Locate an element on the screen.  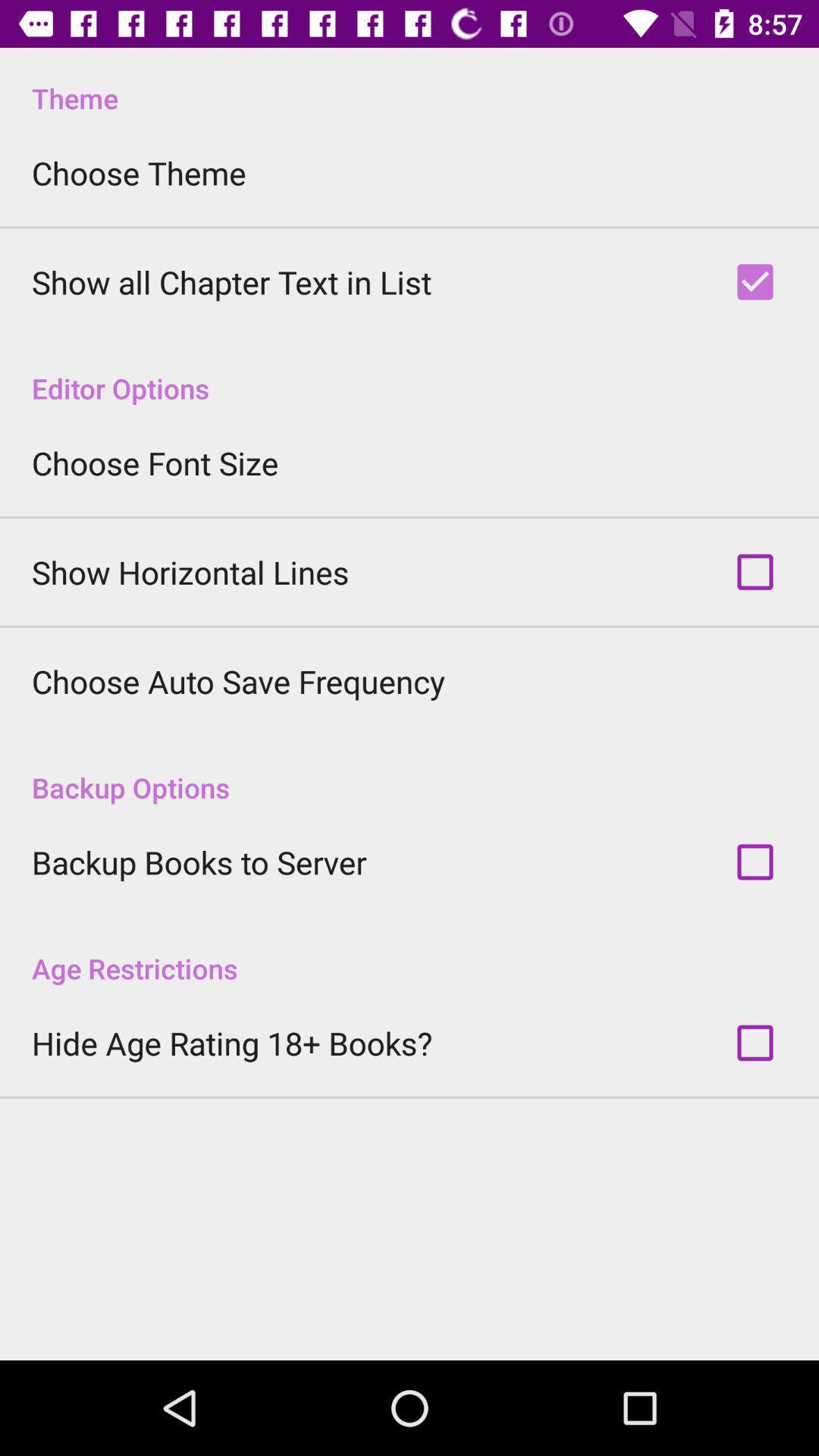
the app above age restrictions app is located at coordinates (198, 862).